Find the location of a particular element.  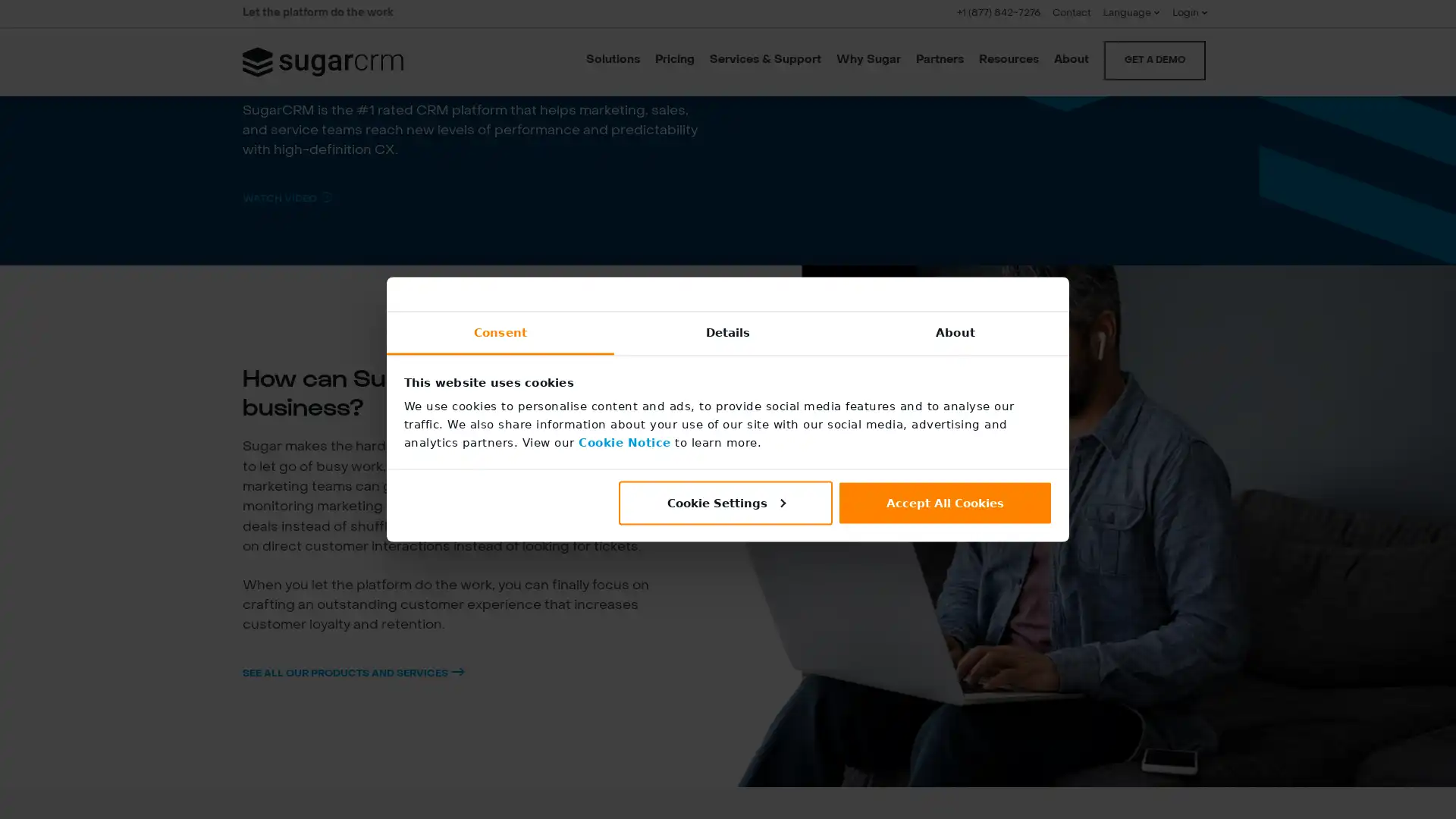

Cookie Settings is located at coordinates (723, 503).